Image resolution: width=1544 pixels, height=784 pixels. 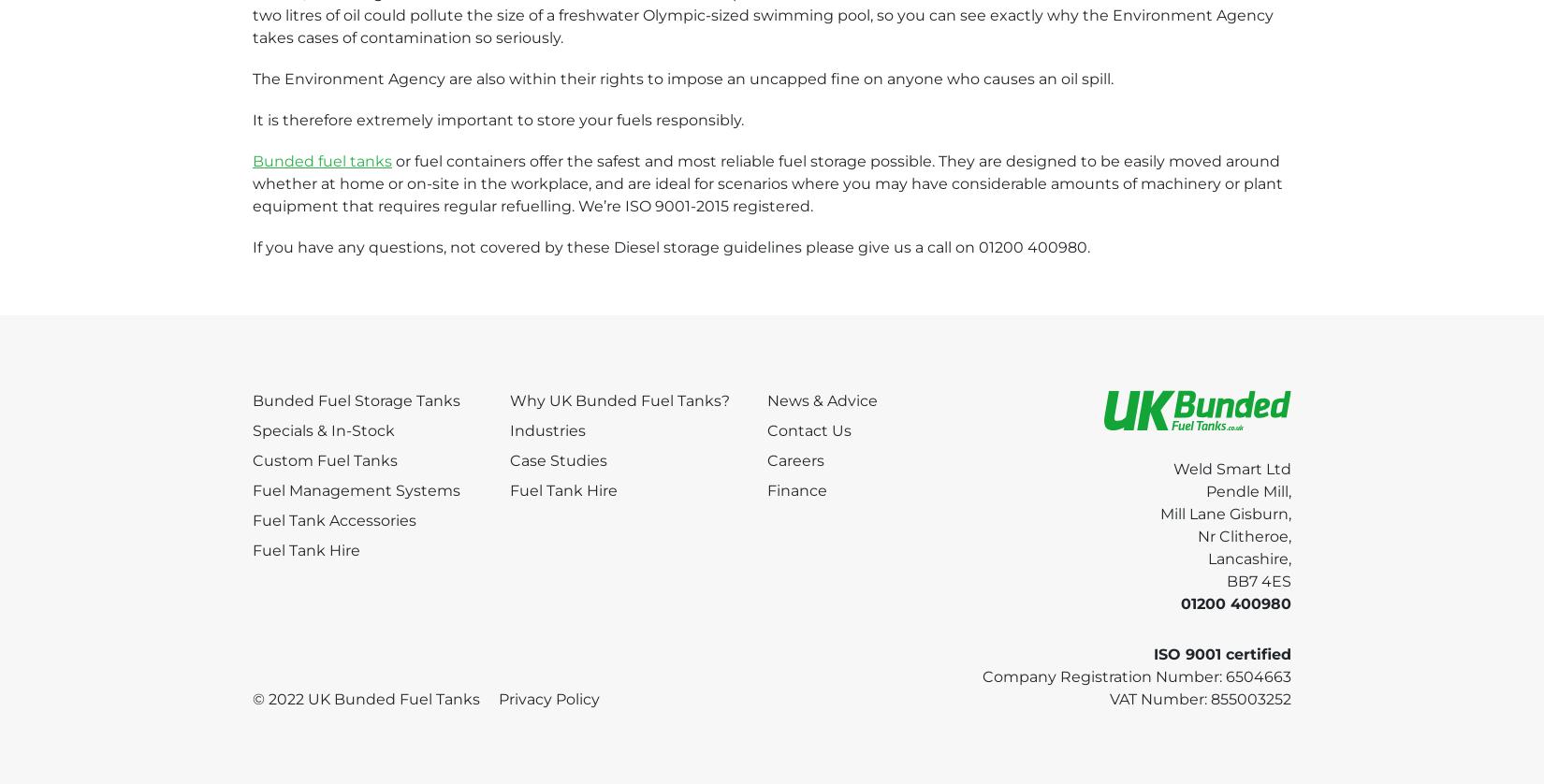 I want to click on 'If you have any questions, not covered by these Diesel storage guidelines please give us a call on 01200 400980.', so click(x=670, y=246).